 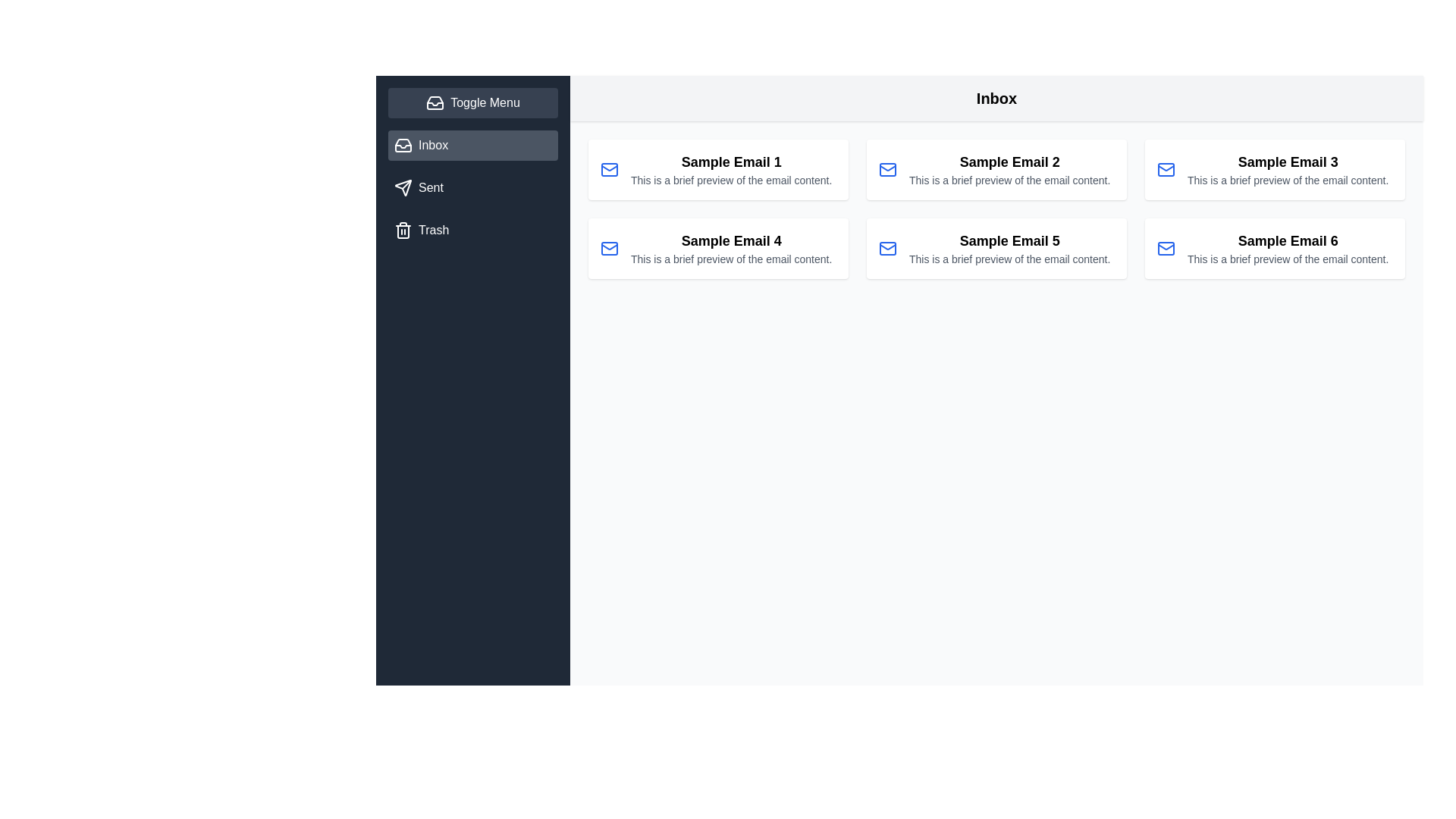 What do you see at coordinates (731, 247) in the screenshot?
I see `the text block containing the bold heading 'Sample Email 4' and the lighter preview text 'This is a brief preview of the email content.' located in the top-left quadrant of the inbox grid, specifically in the second row, first column` at bounding box center [731, 247].